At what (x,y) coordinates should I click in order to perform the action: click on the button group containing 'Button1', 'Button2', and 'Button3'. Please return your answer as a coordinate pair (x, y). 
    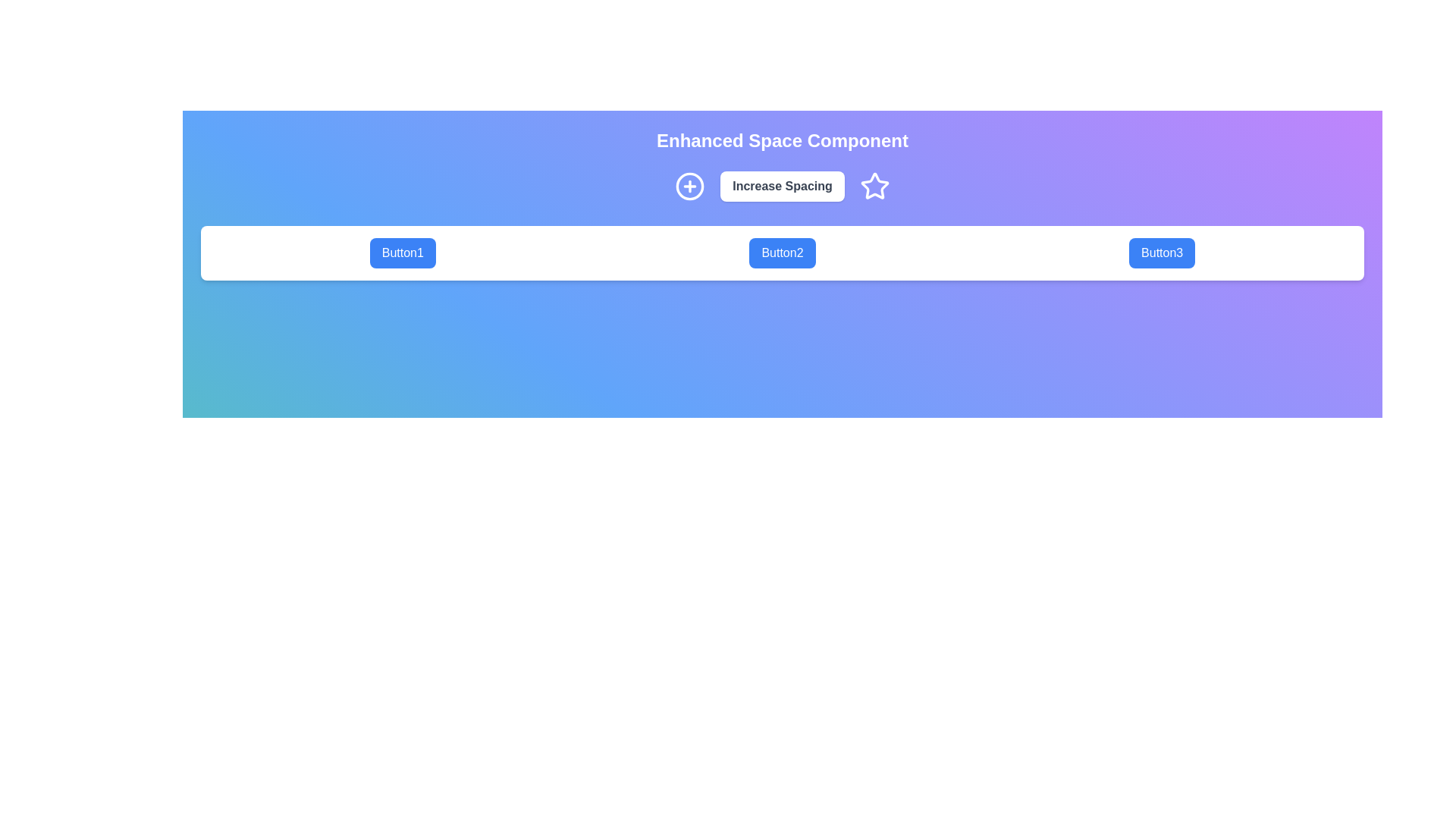
    Looking at the image, I should click on (783, 253).